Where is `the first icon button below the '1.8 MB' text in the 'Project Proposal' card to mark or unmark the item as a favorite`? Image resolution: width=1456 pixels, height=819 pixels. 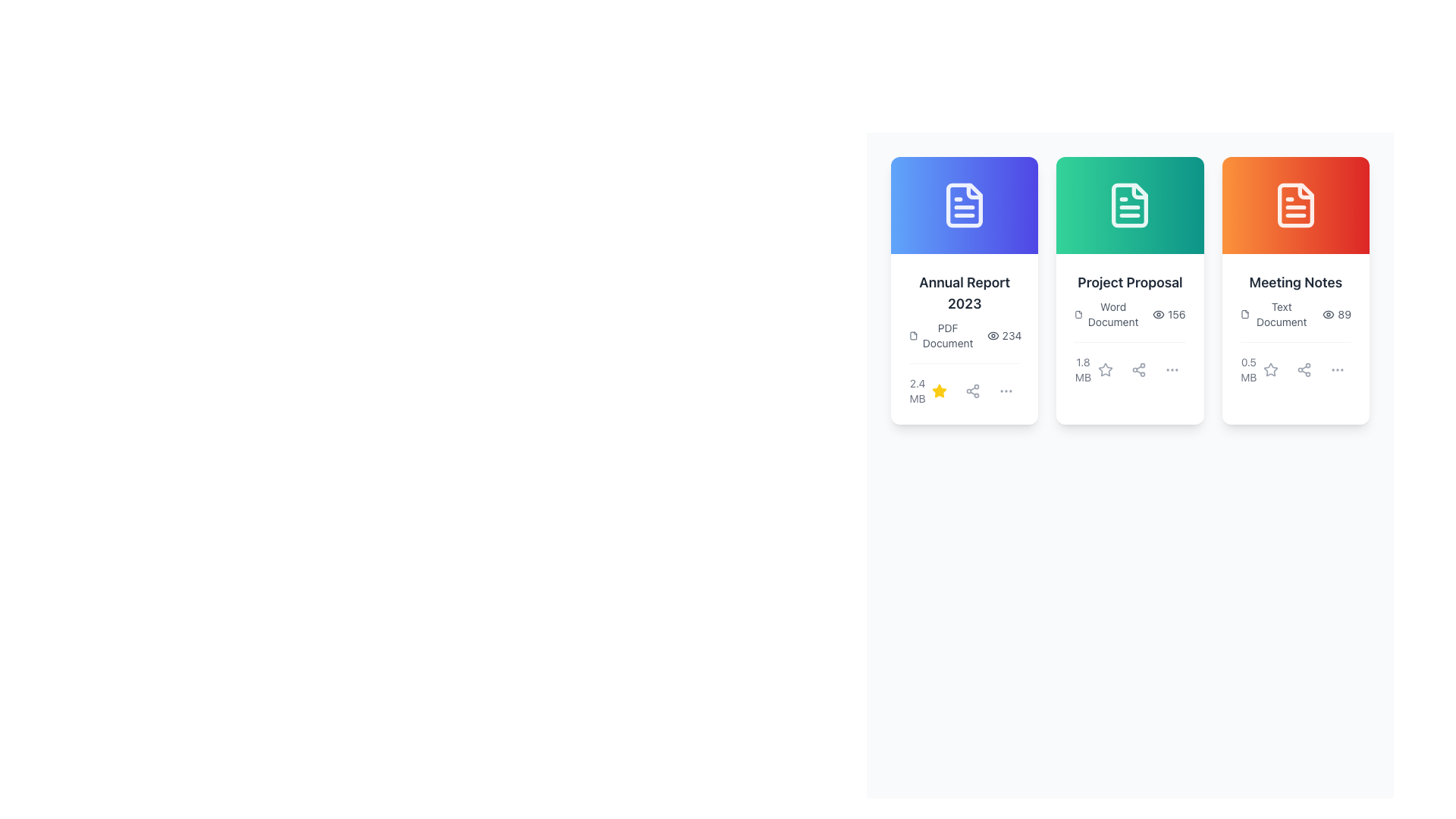 the first icon button below the '1.8 MB' text in the 'Project Proposal' card to mark or unmark the item as a favorite is located at coordinates (1105, 370).